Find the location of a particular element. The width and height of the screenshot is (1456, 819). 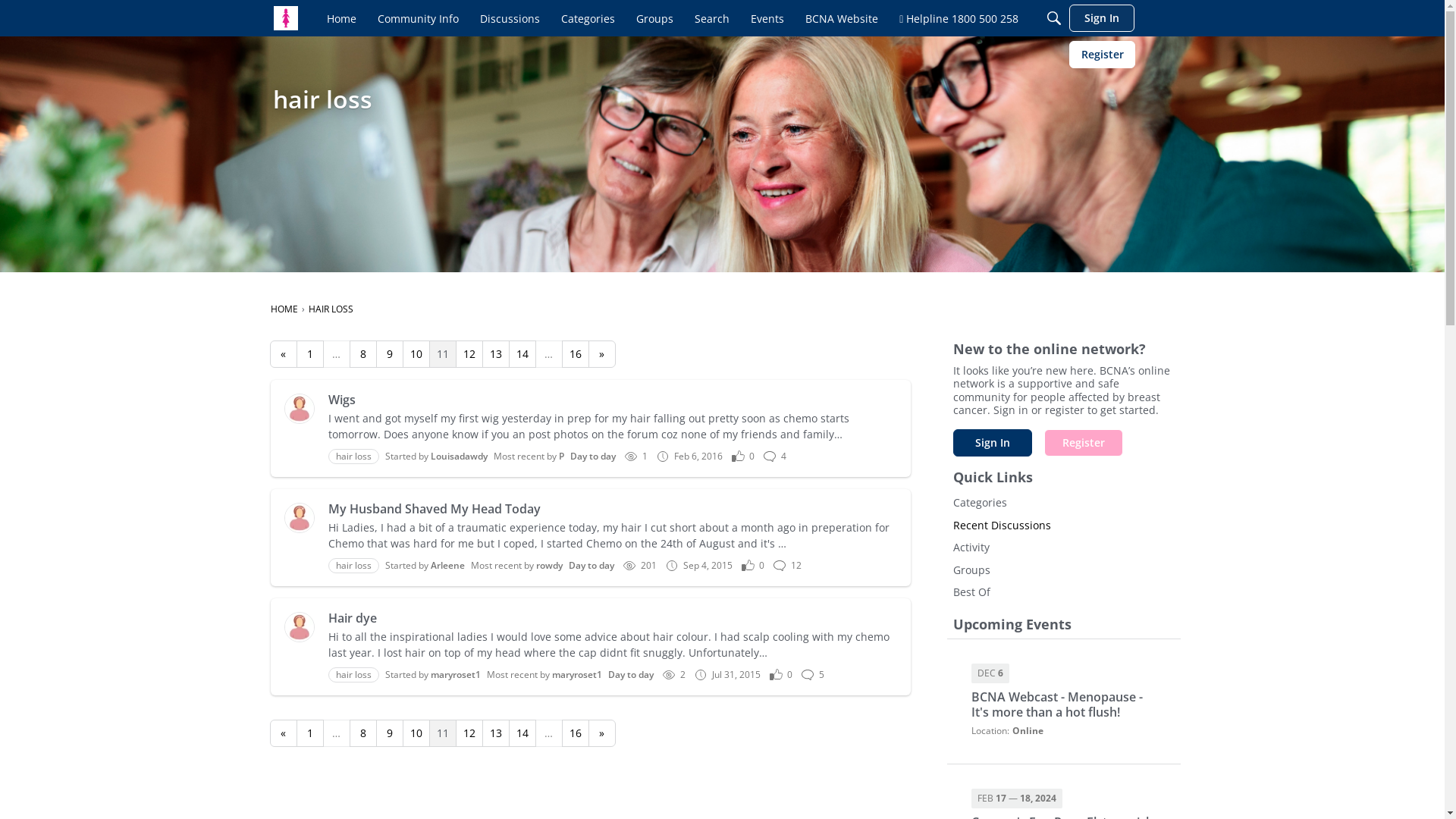

'Search' is located at coordinates (711, 17).